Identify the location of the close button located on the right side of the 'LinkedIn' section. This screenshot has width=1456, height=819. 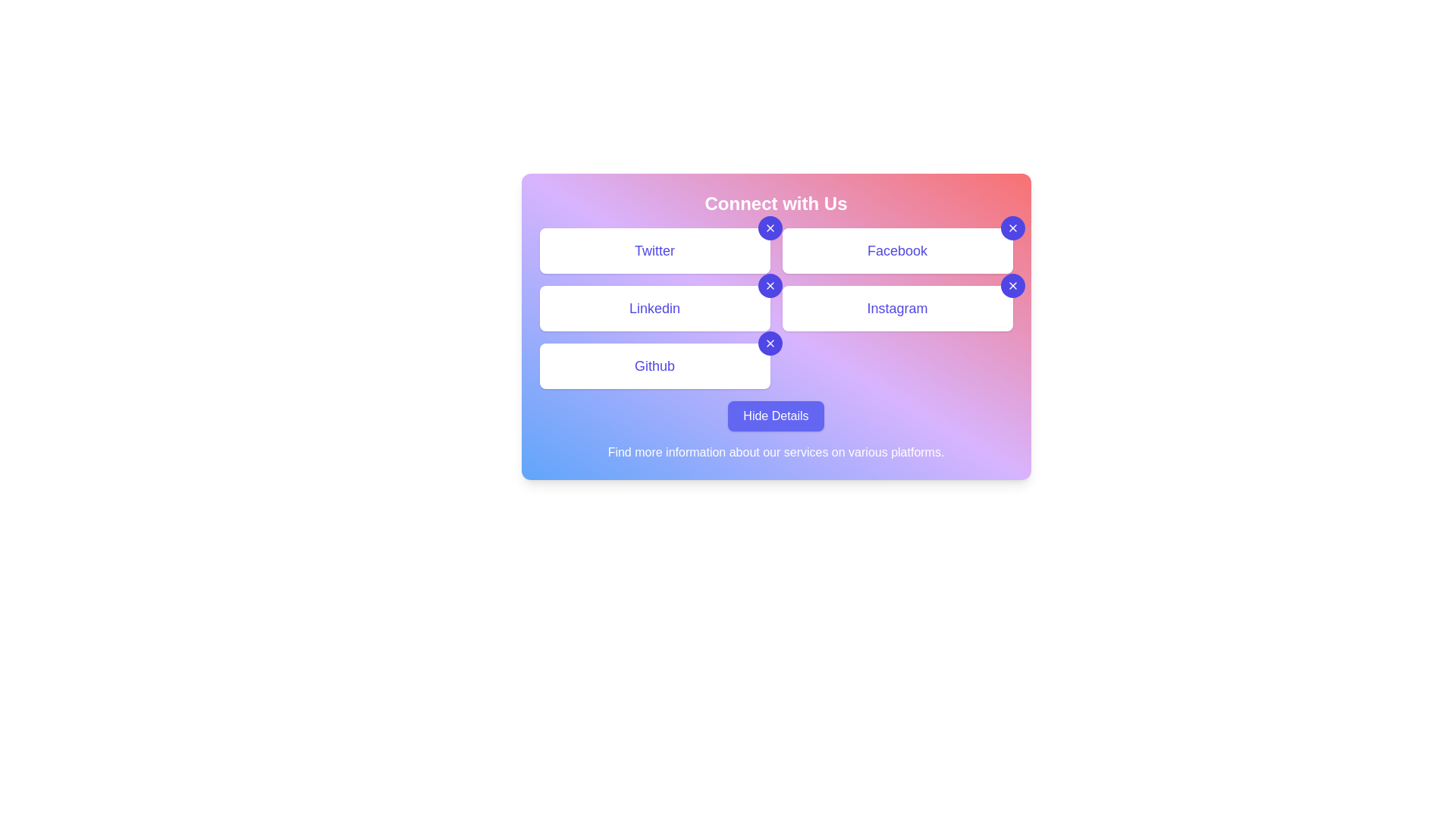
(770, 286).